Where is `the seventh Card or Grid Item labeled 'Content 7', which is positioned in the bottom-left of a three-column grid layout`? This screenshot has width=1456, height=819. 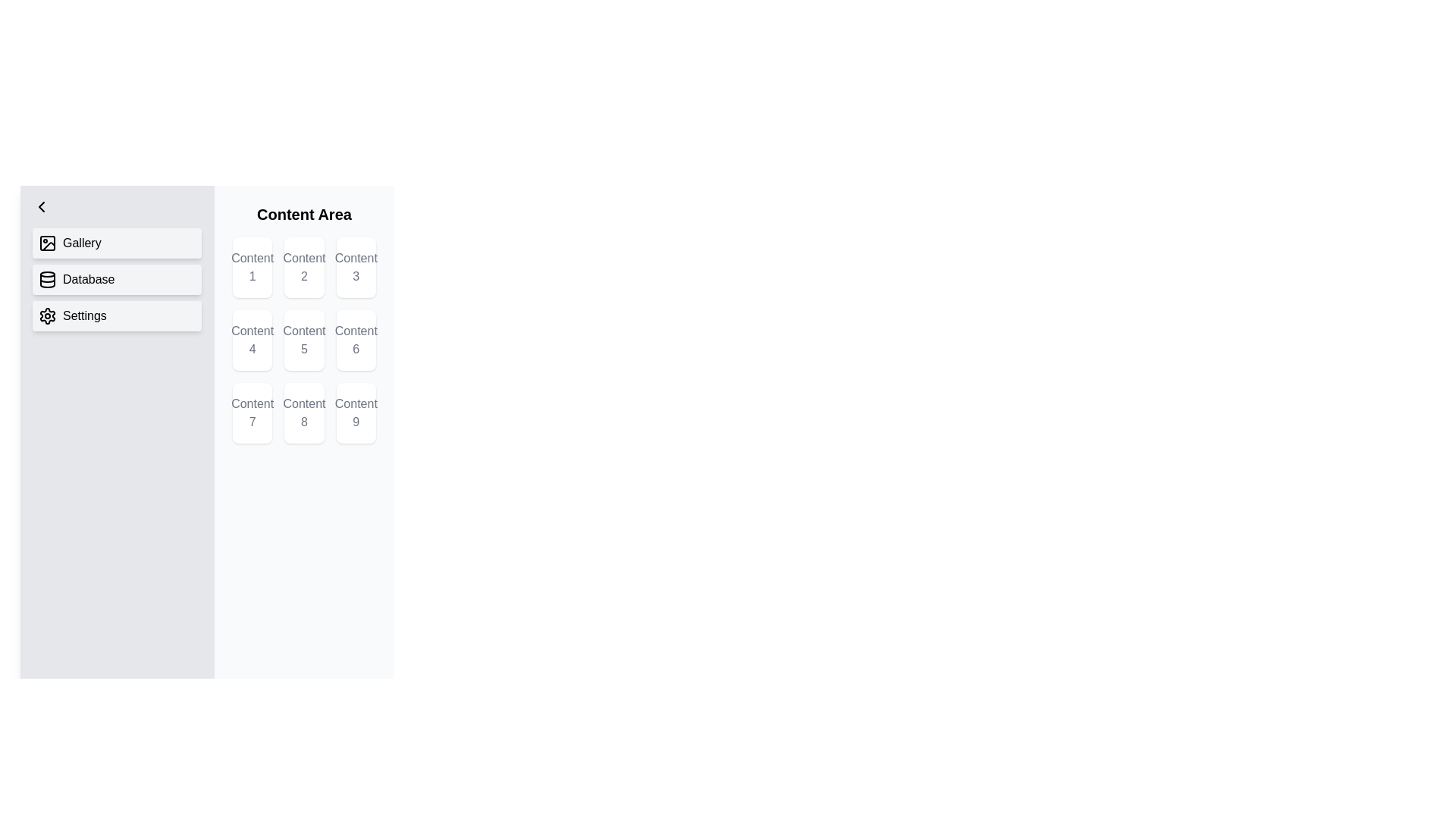 the seventh Card or Grid Item labeled 'Content 7', which is positioned in the bottom-left of a three-column grid layout is located at coordinates (253, 413).